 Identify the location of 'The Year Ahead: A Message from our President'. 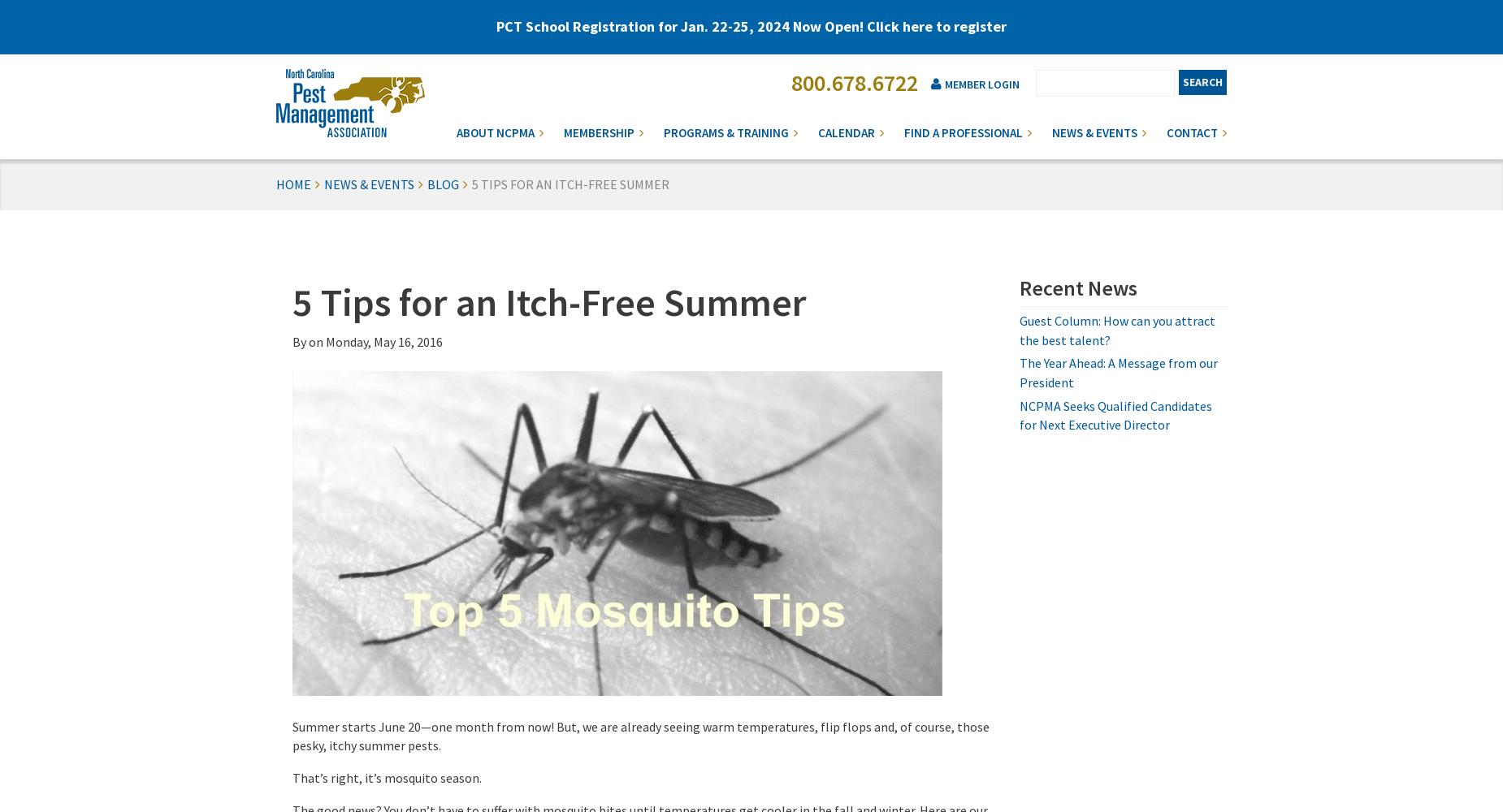
(1117, 371).